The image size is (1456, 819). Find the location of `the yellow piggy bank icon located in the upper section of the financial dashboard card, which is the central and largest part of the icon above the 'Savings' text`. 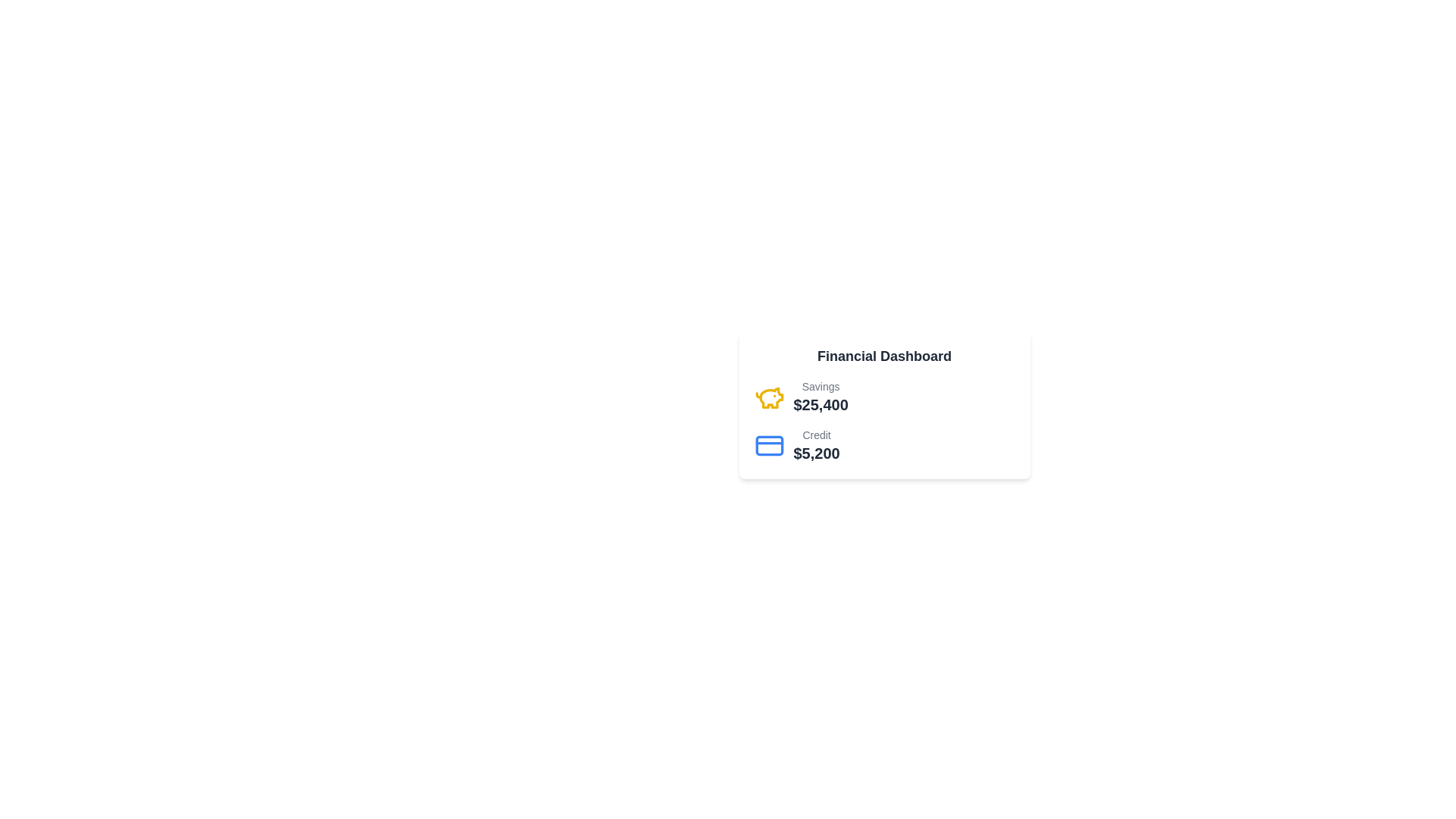

the yellow piggy bank icon located in the upper section of the financial dashboard card, which is the central and largest part of the icon above the 'Savings' text is located at coordinates (771, 397).